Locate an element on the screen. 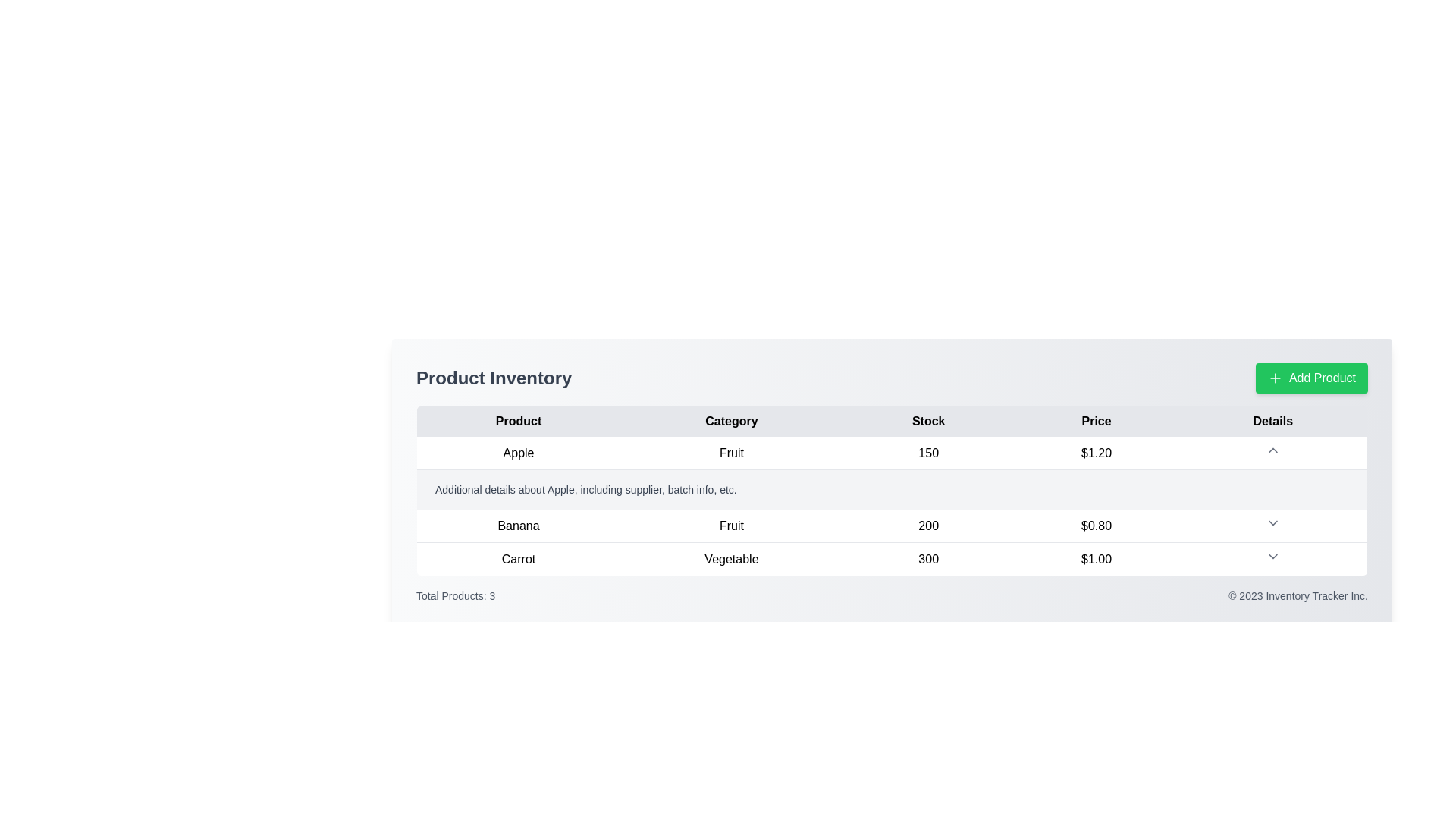 The height and width of the screenshot is (819, 1456). the third column header label of the table, which is positioned between the 'Category' and 'Price' headers, indicating the stock of items is located at coordinates (927, 421).